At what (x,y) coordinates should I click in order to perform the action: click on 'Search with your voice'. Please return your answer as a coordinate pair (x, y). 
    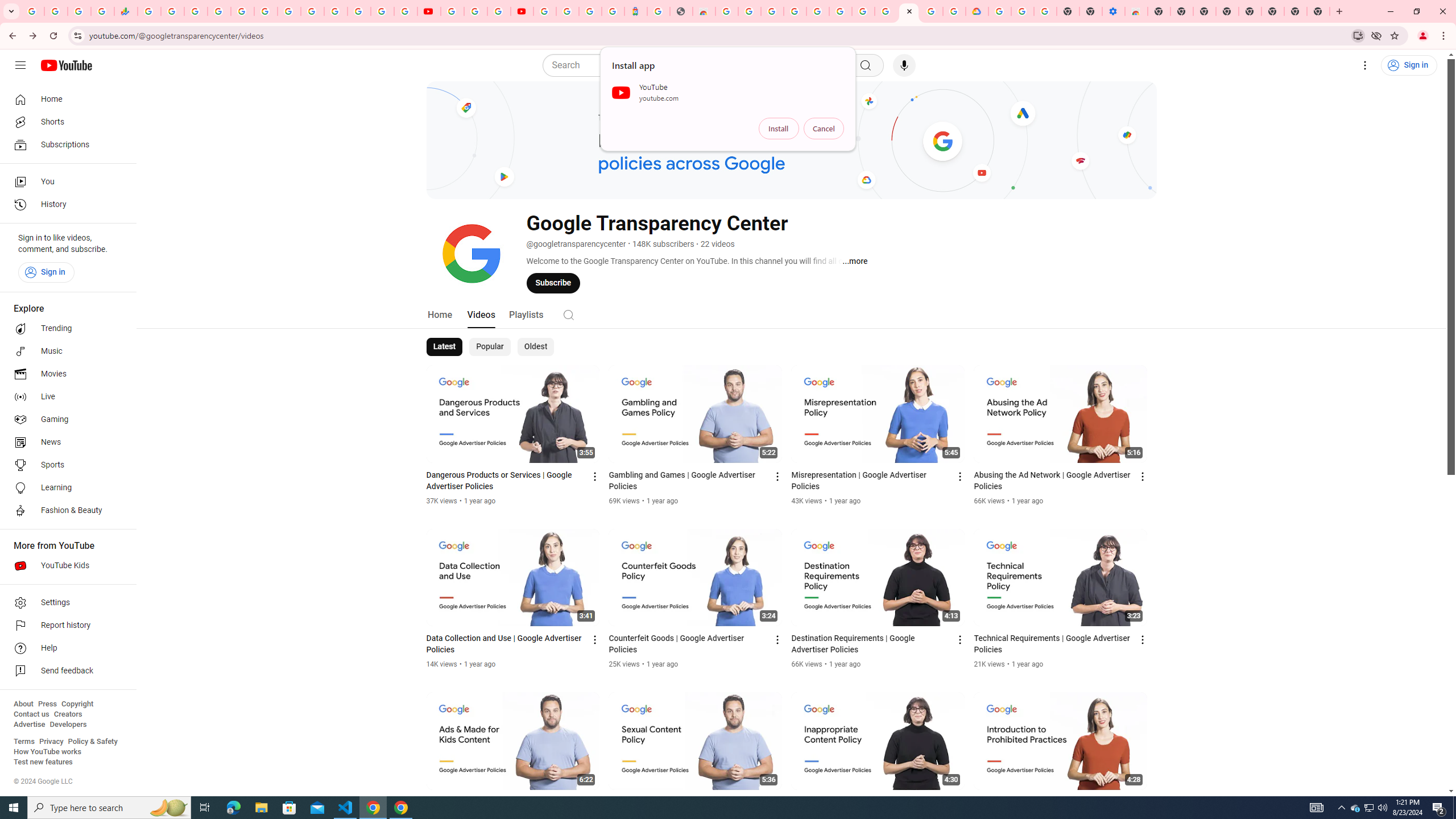
    Looking at the image, I should click on (904, 65).